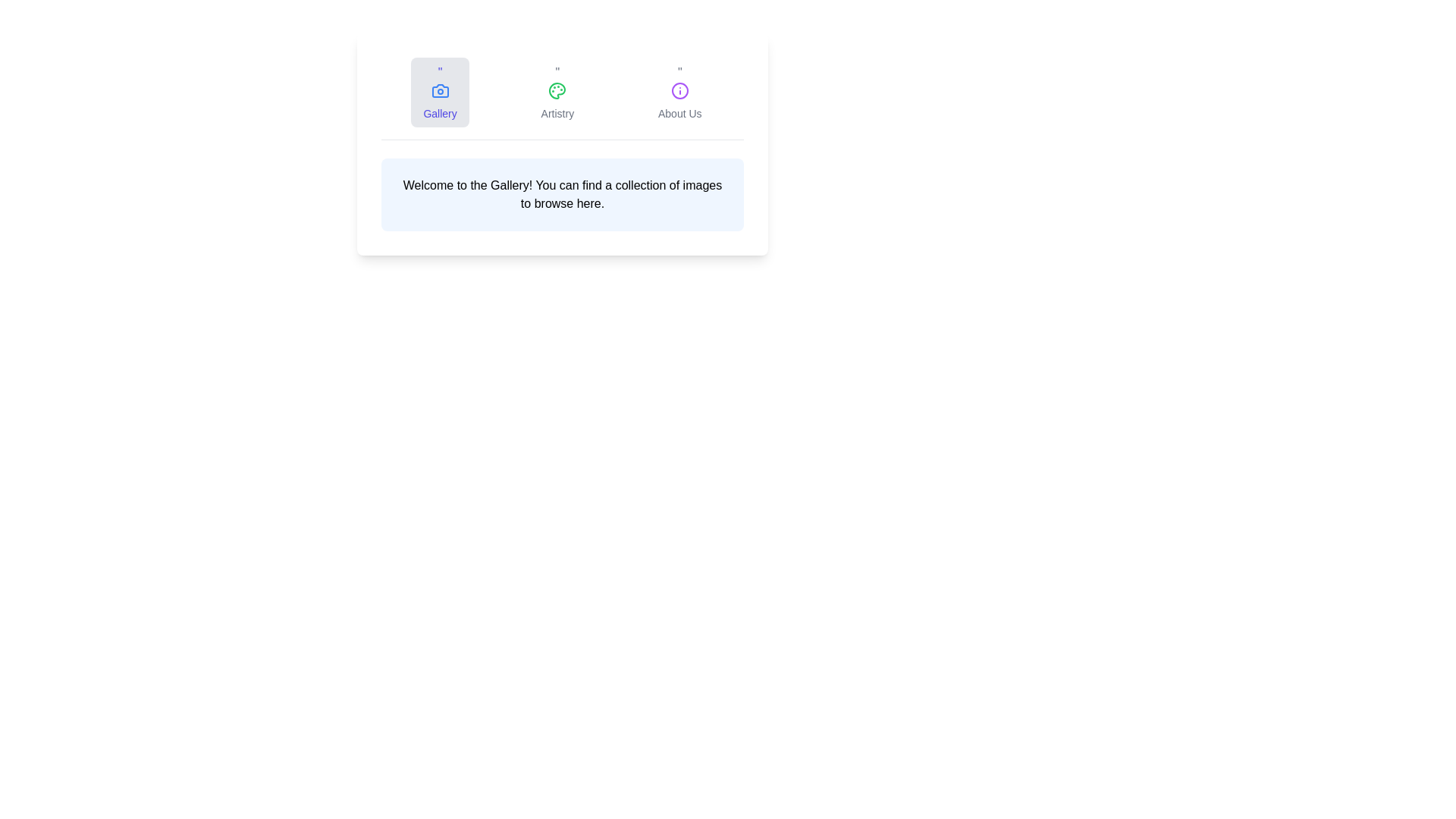  I want to click on the tab button labeled About Us to observe the hover effect, so click(679, 93).